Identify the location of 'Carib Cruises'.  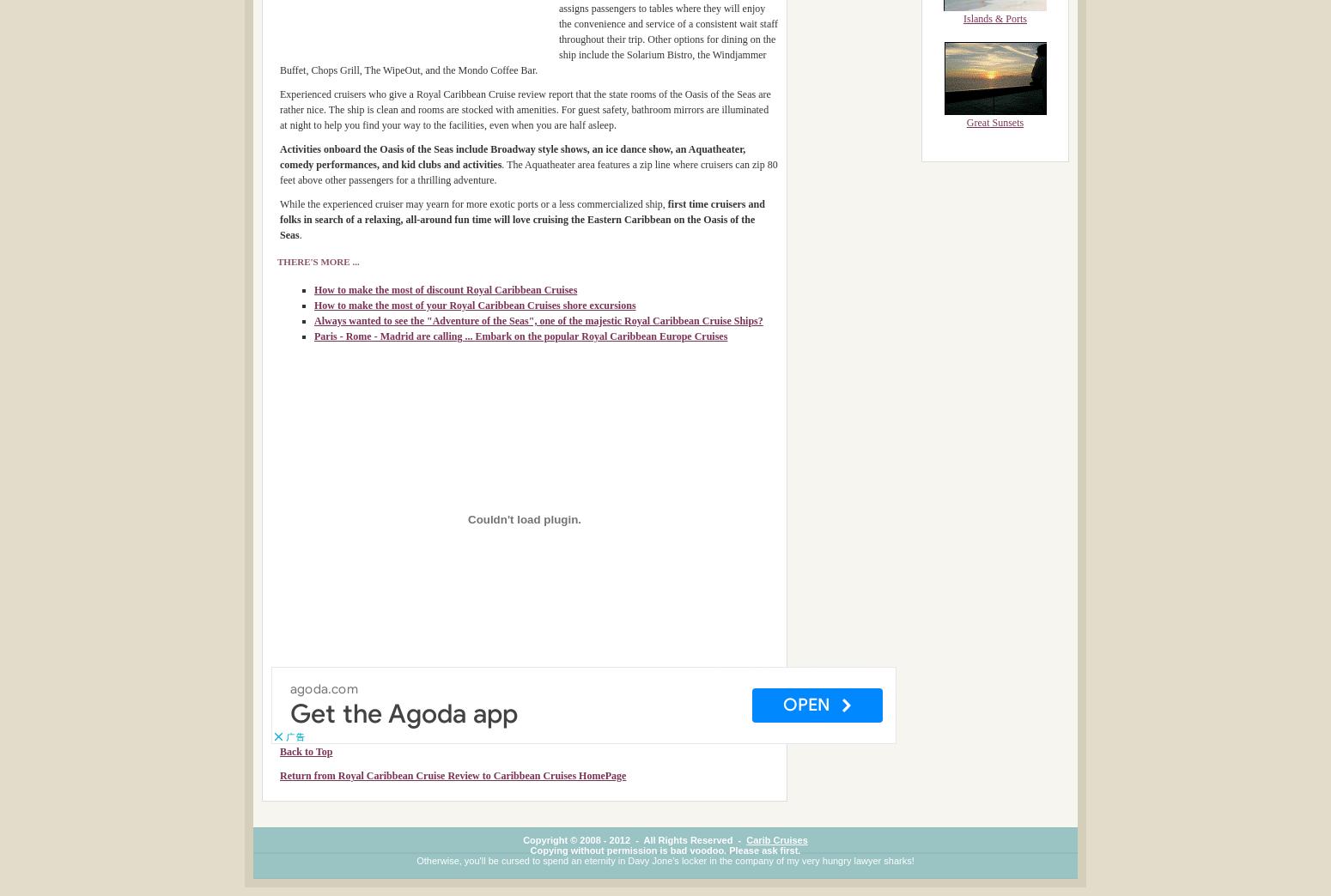
(776, 838).